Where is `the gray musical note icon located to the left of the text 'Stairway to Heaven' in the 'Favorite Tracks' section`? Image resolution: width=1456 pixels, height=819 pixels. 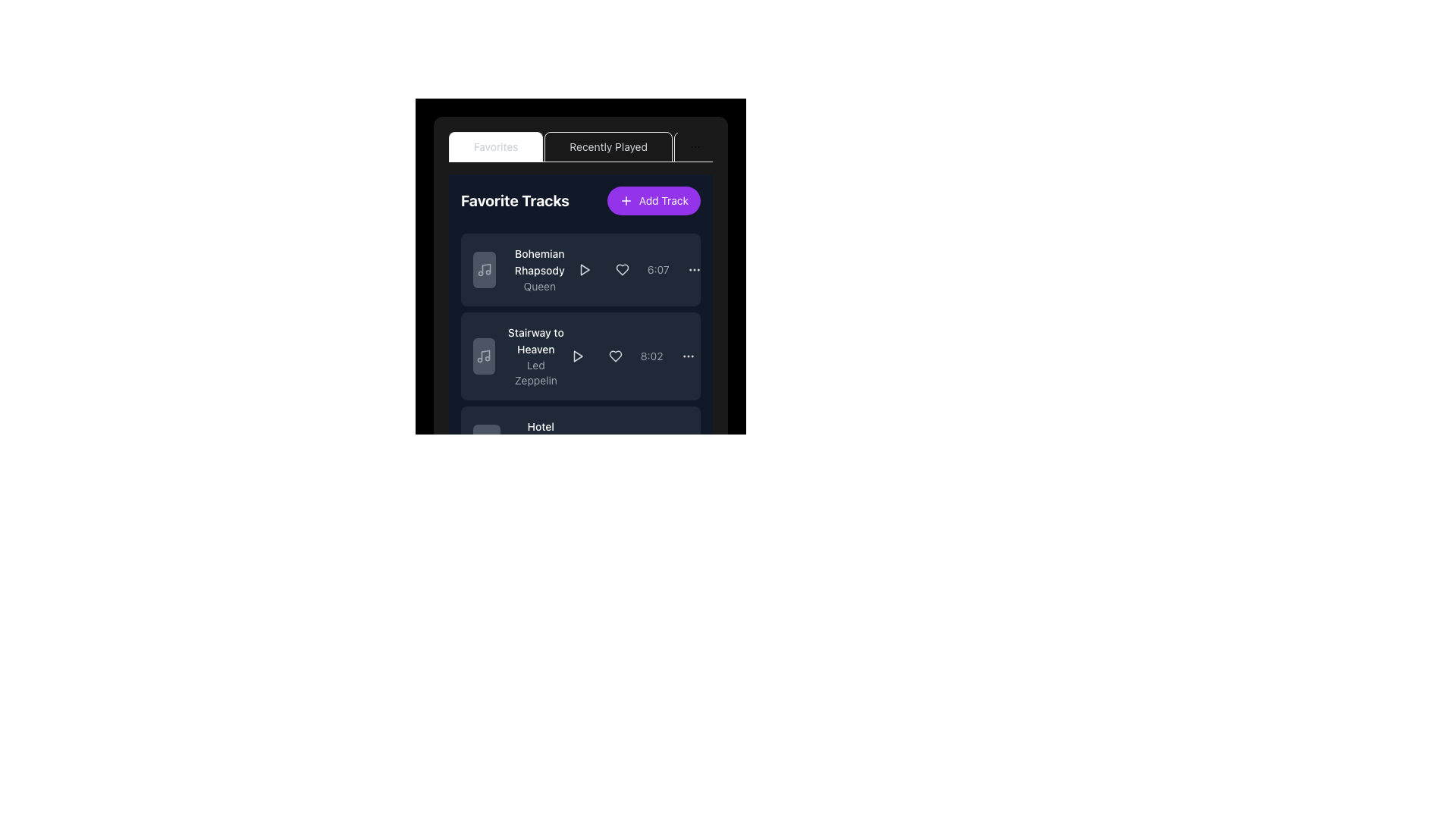 the gray musical note icon located to the left of the text 'Stairway to Heaven' in the 'Favorite Tracks' section is located at coordinates (483, 356).